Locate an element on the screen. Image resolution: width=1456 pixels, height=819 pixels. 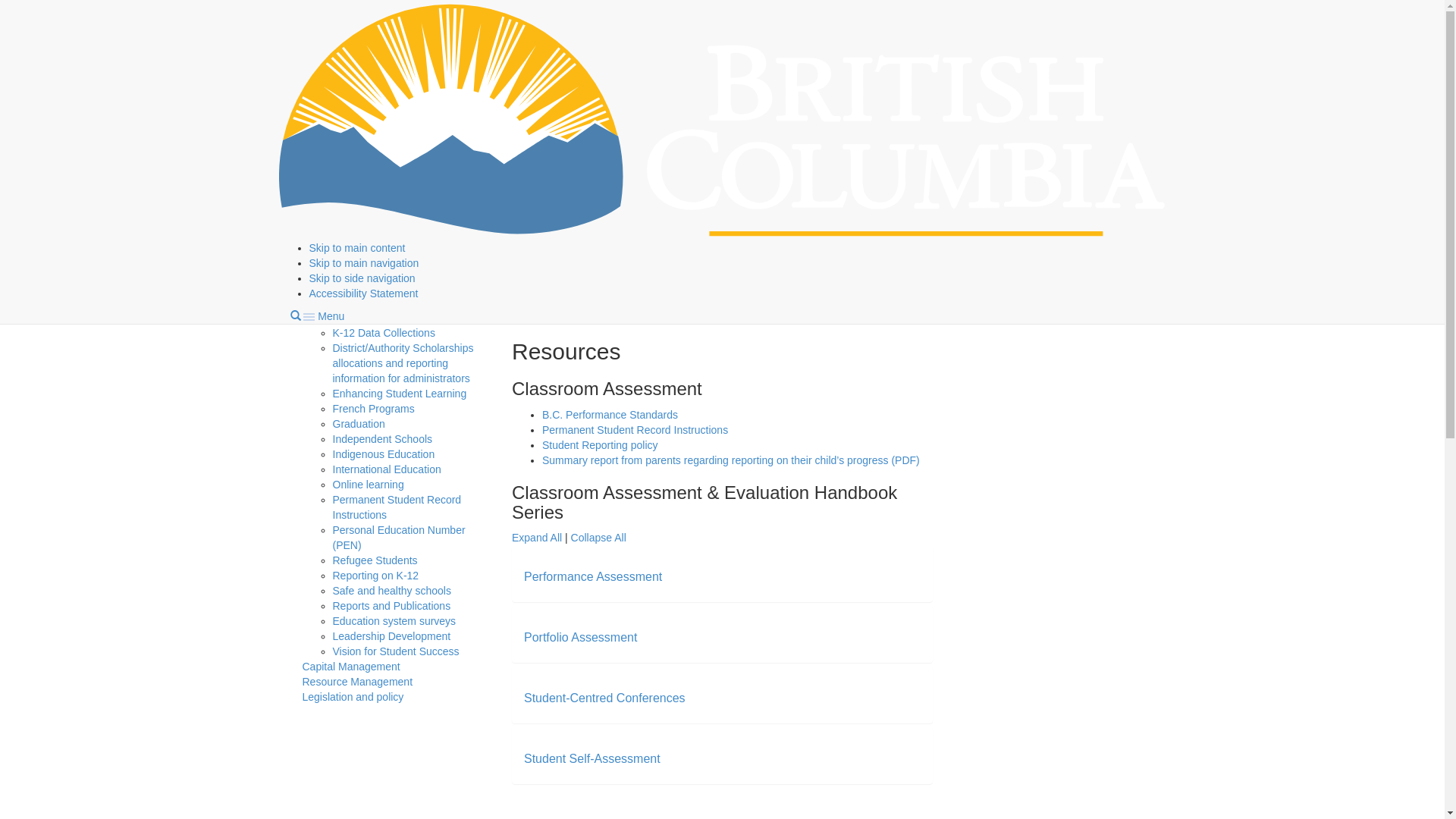
'Refugee Students' is located at coordinates (375, 560).